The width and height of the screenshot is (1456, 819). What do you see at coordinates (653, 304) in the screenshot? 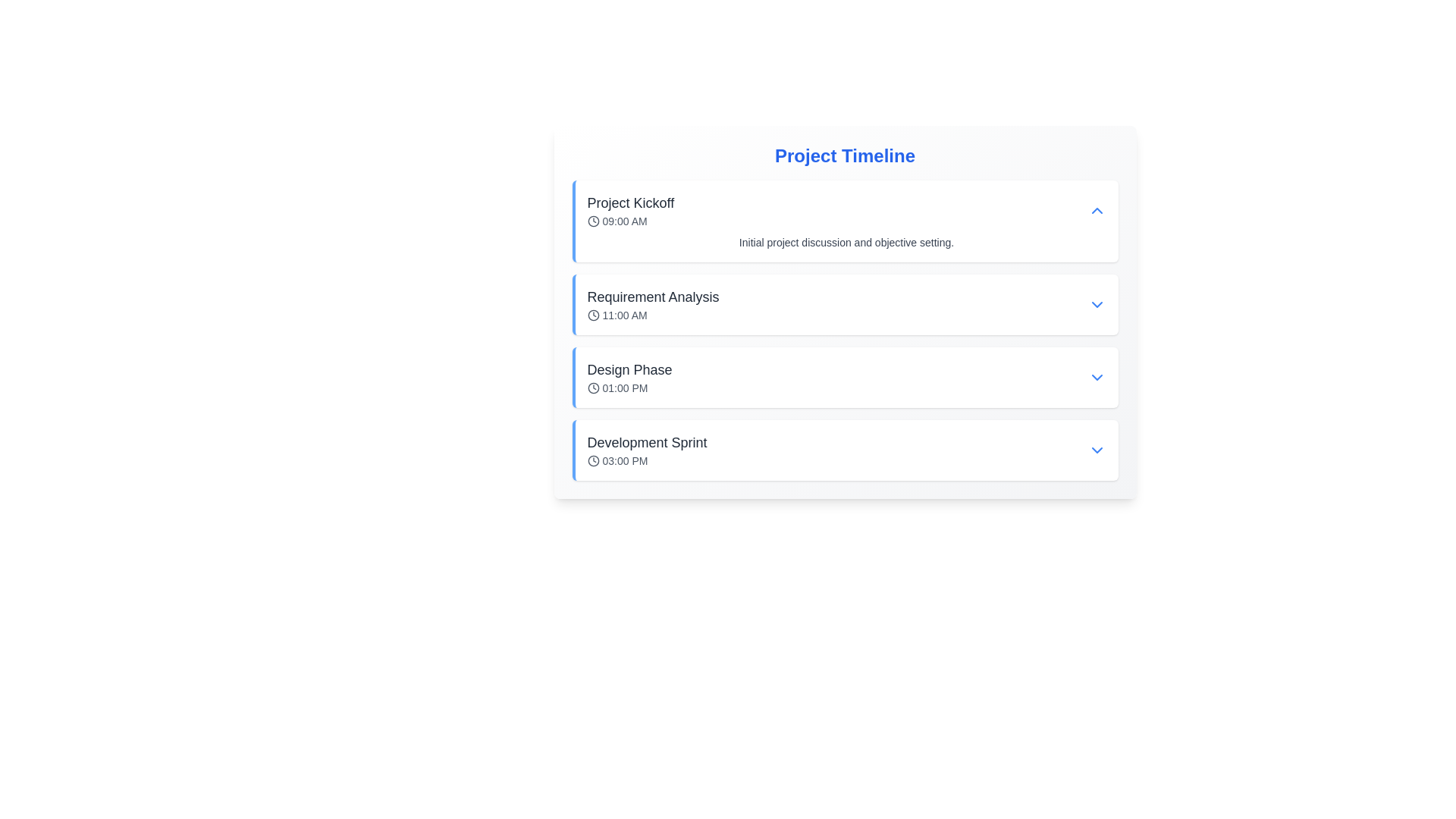
I see `the list item titled 'Requirement Analysis' with the timestamp '11:00 AM'` at bounding box center [653, 304].